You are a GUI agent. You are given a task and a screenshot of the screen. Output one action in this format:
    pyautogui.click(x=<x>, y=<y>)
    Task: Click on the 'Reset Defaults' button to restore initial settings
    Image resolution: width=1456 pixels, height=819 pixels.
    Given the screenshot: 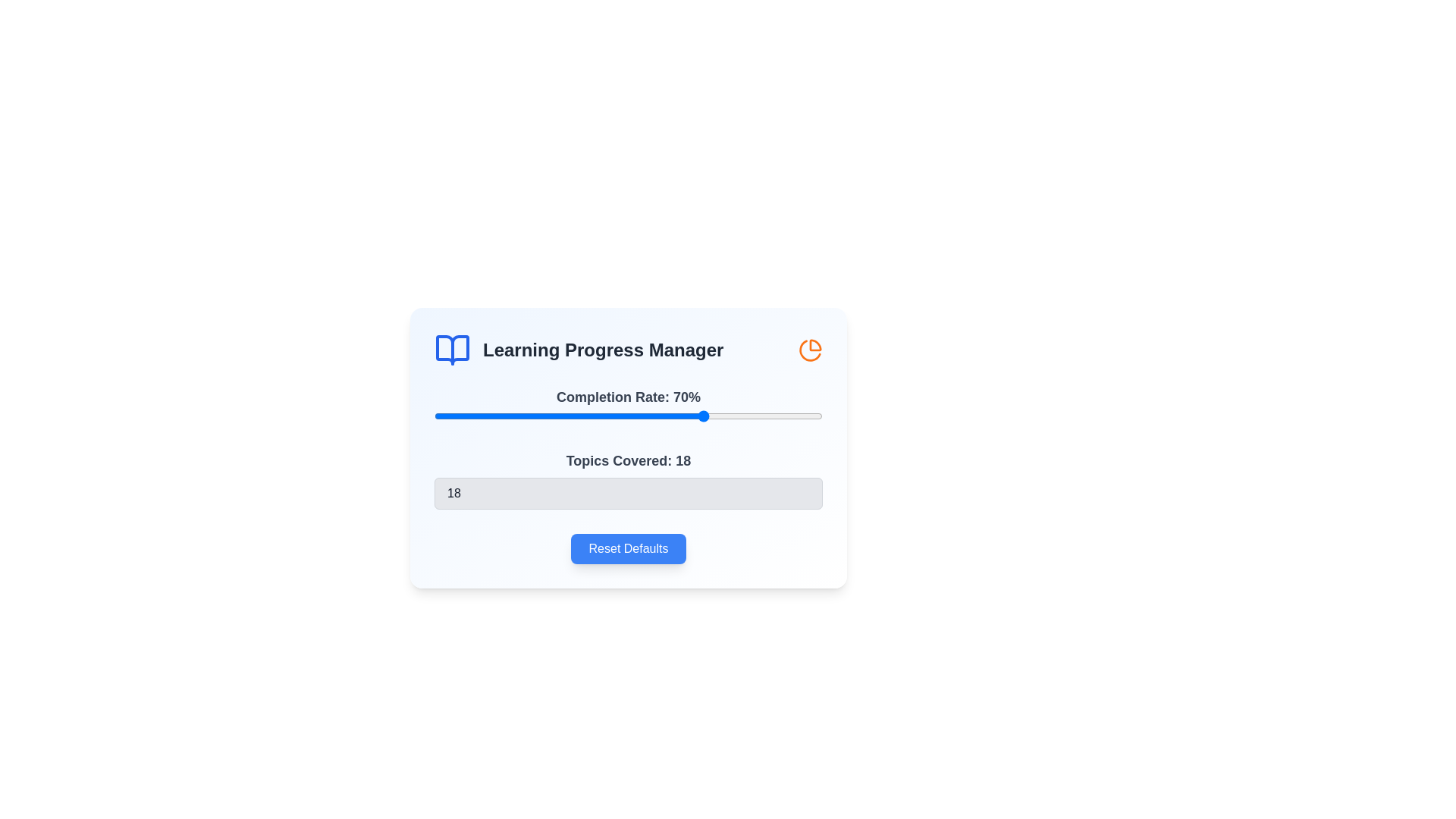 What is the action you would take?
    pyautogui.click(x=629, y=549)
    